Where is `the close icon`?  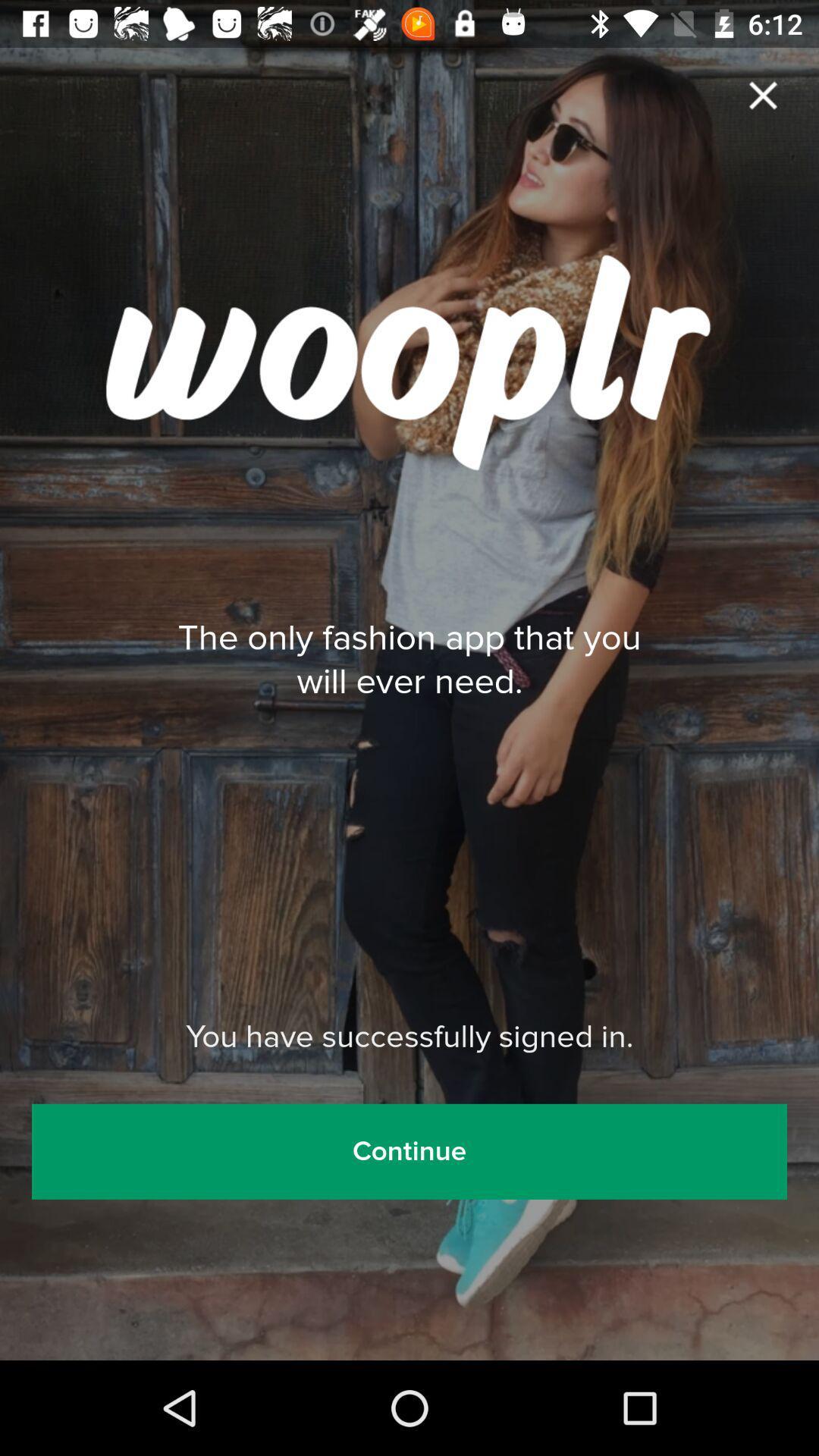 the close icon is located at coordinates (763, 94).